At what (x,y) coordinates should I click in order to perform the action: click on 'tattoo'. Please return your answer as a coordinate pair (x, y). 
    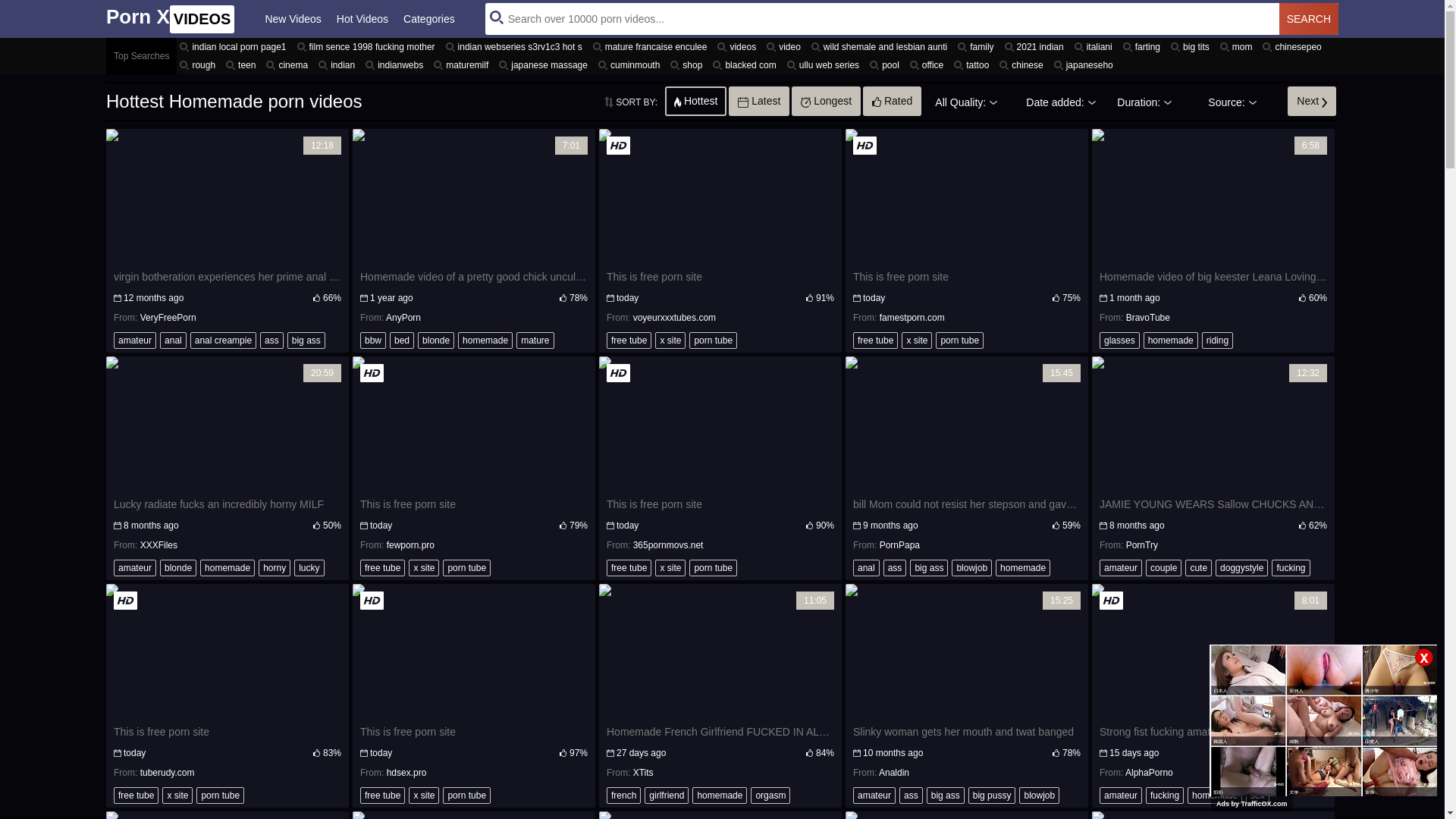
    Looking at the image, I should click on (973, 64).